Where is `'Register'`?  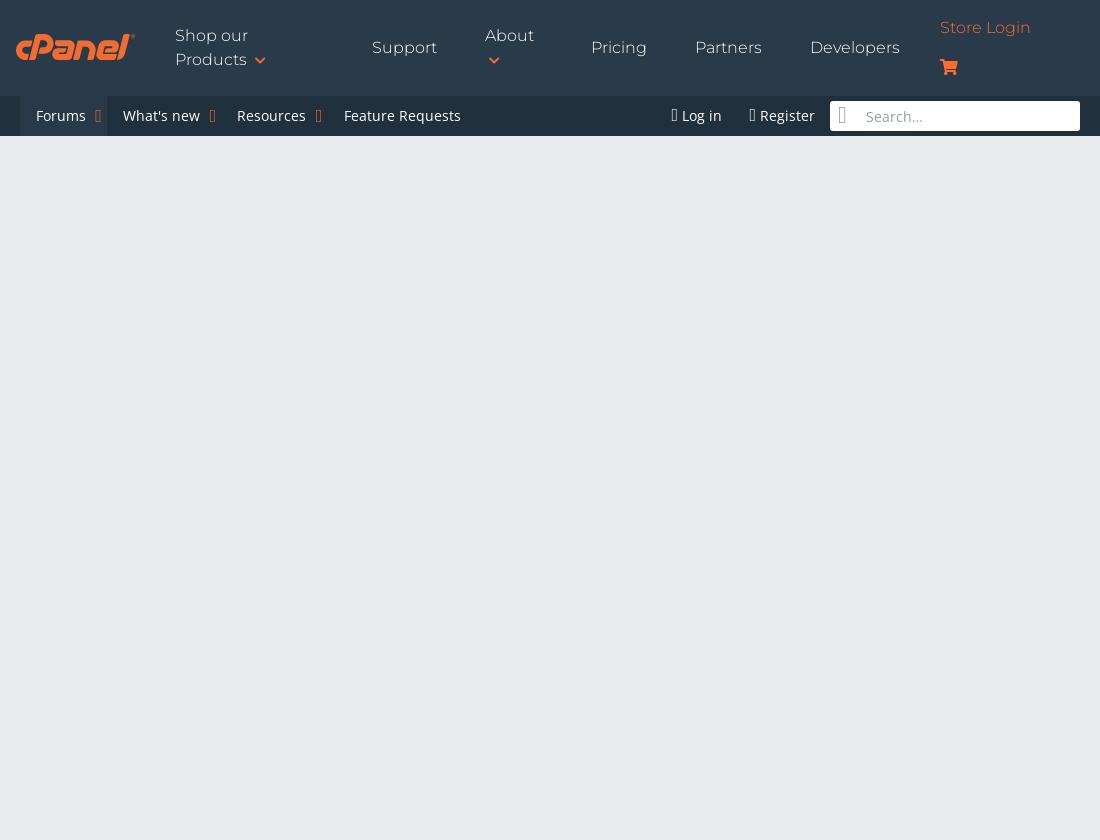 'Register' is located at coordinates (758, 115).